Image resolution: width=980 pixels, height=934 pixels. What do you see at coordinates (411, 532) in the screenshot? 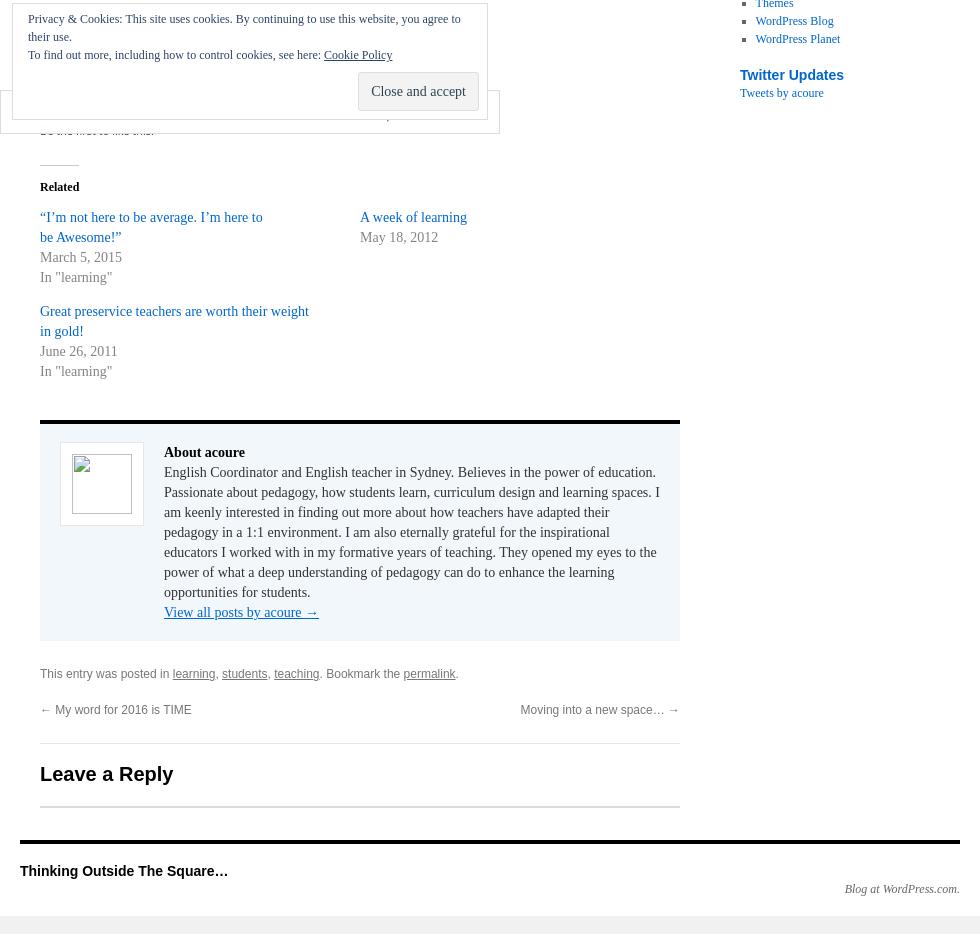
I see `'English Coordinator and English teacher in Sydney. Believes in the power of education. Passionate about pedagogy, how students learn, curriculum design and  learning spaces. I am keenly interested in finding out more about how teachers have adapted their pedagogy in a 1:1 environment. I am also eternally grateful for the inspirational educators I worked with in my formative years of teaching. They opened my eyes to the power of what a deep understanding of pedagogy can do to enhance the learning opportunities for students.'` at bounding box center [411, 532].